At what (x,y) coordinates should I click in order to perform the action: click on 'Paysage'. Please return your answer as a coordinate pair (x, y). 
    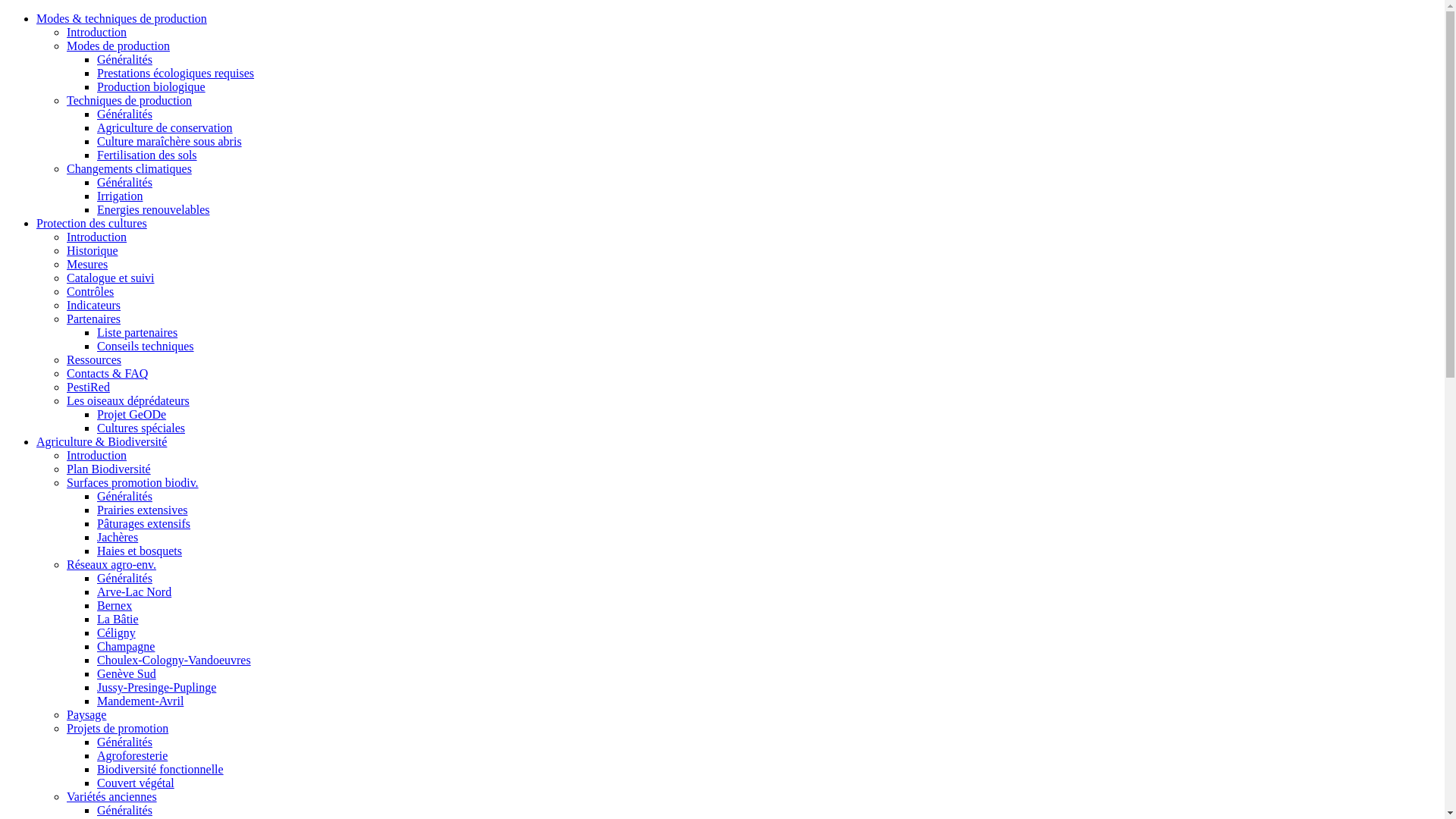
    Looking at the image, I should click on (65, 714).